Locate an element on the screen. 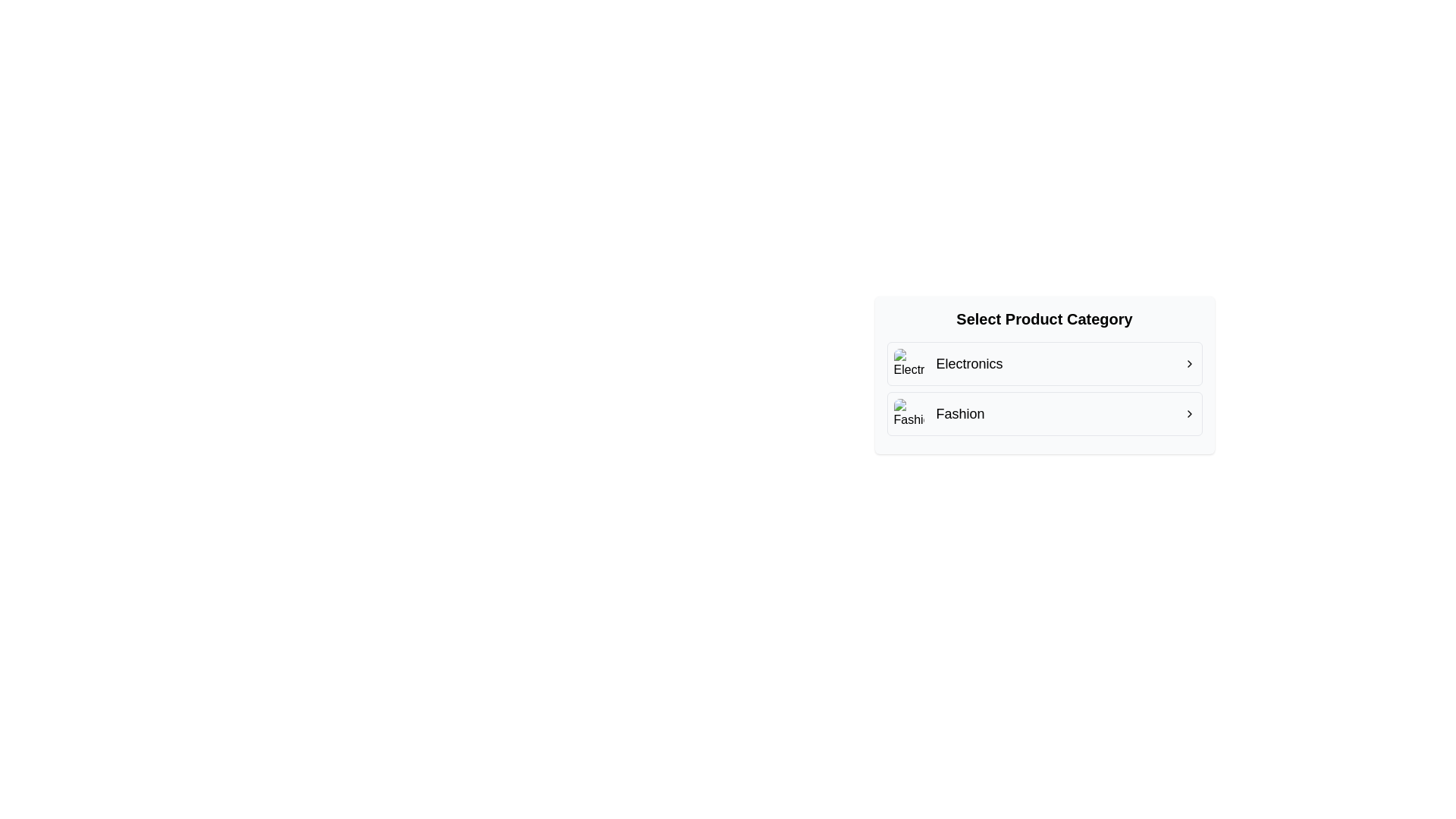 The width and height of the screenshot is (1456, 819). the image placeholder representing the 'Fashion' category, located to the left of the 'Fashion' label in the second row of the category list under 'Select Product Category' is located at coordinates (908, 414).